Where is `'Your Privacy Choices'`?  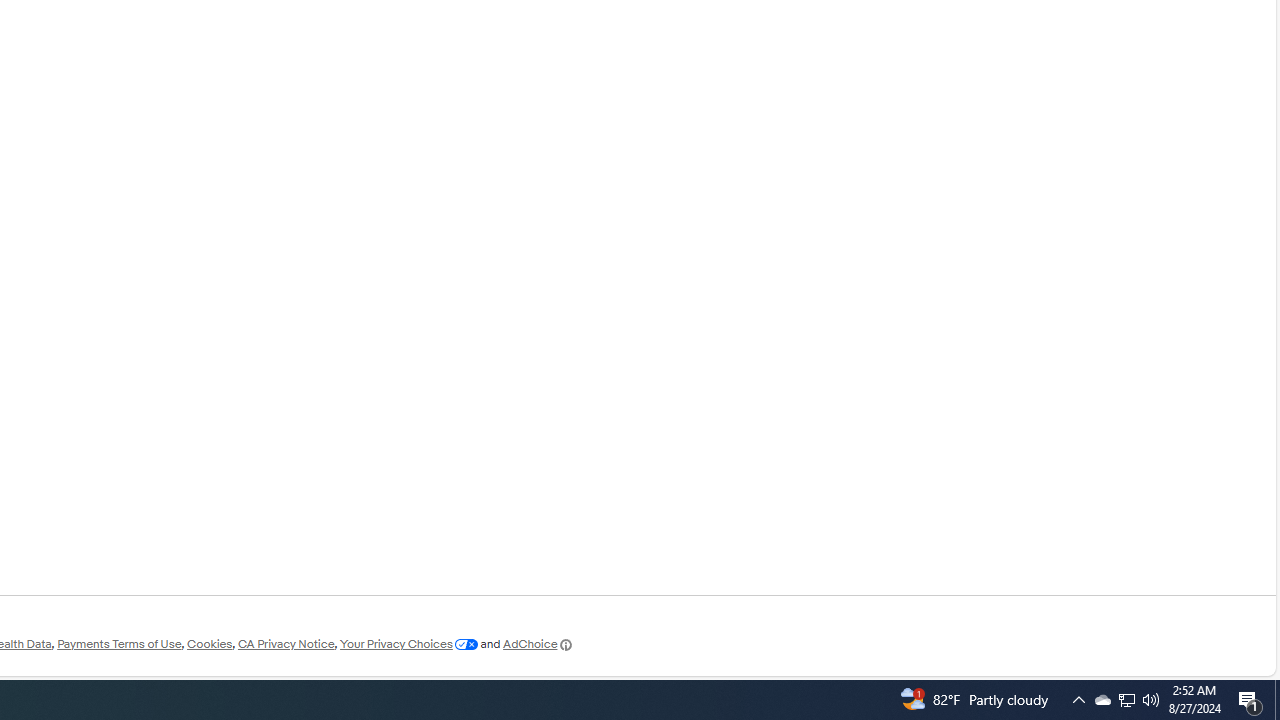 'Your Privacy Choices' is located at coordinates (407, 644).